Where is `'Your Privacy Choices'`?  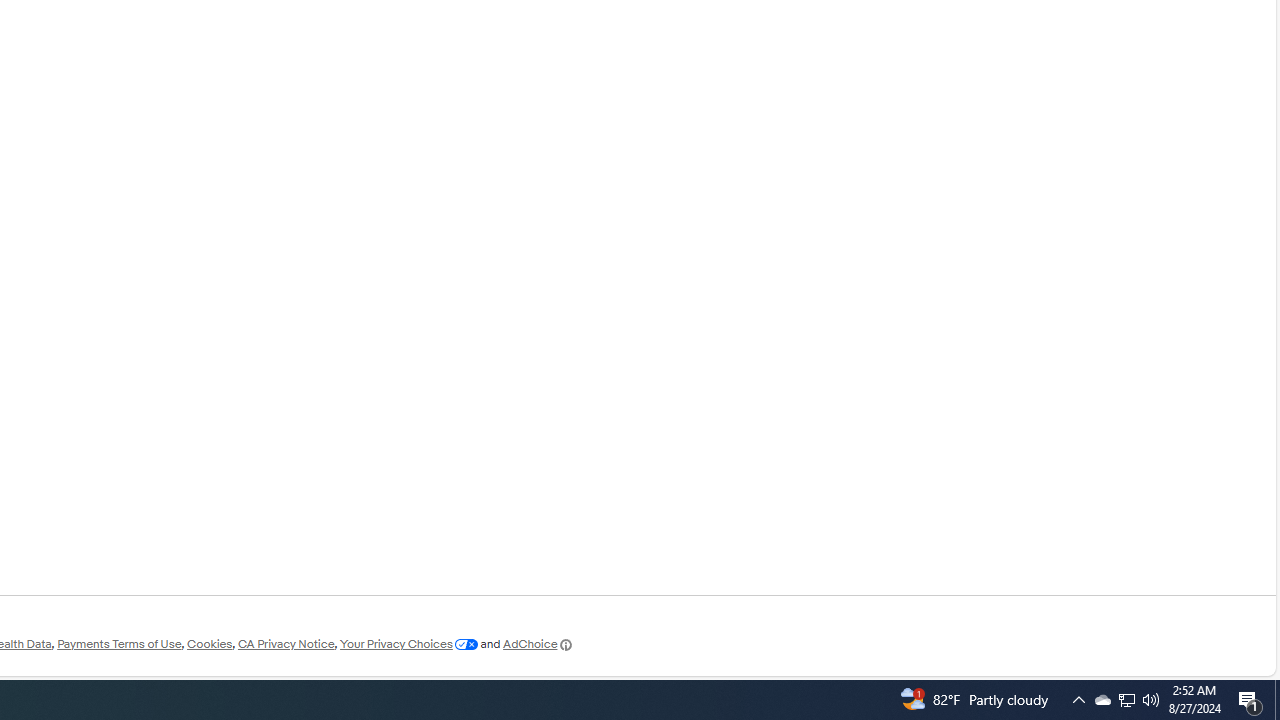 'Your Privacy Choices' is located at coordinates (407, 644).